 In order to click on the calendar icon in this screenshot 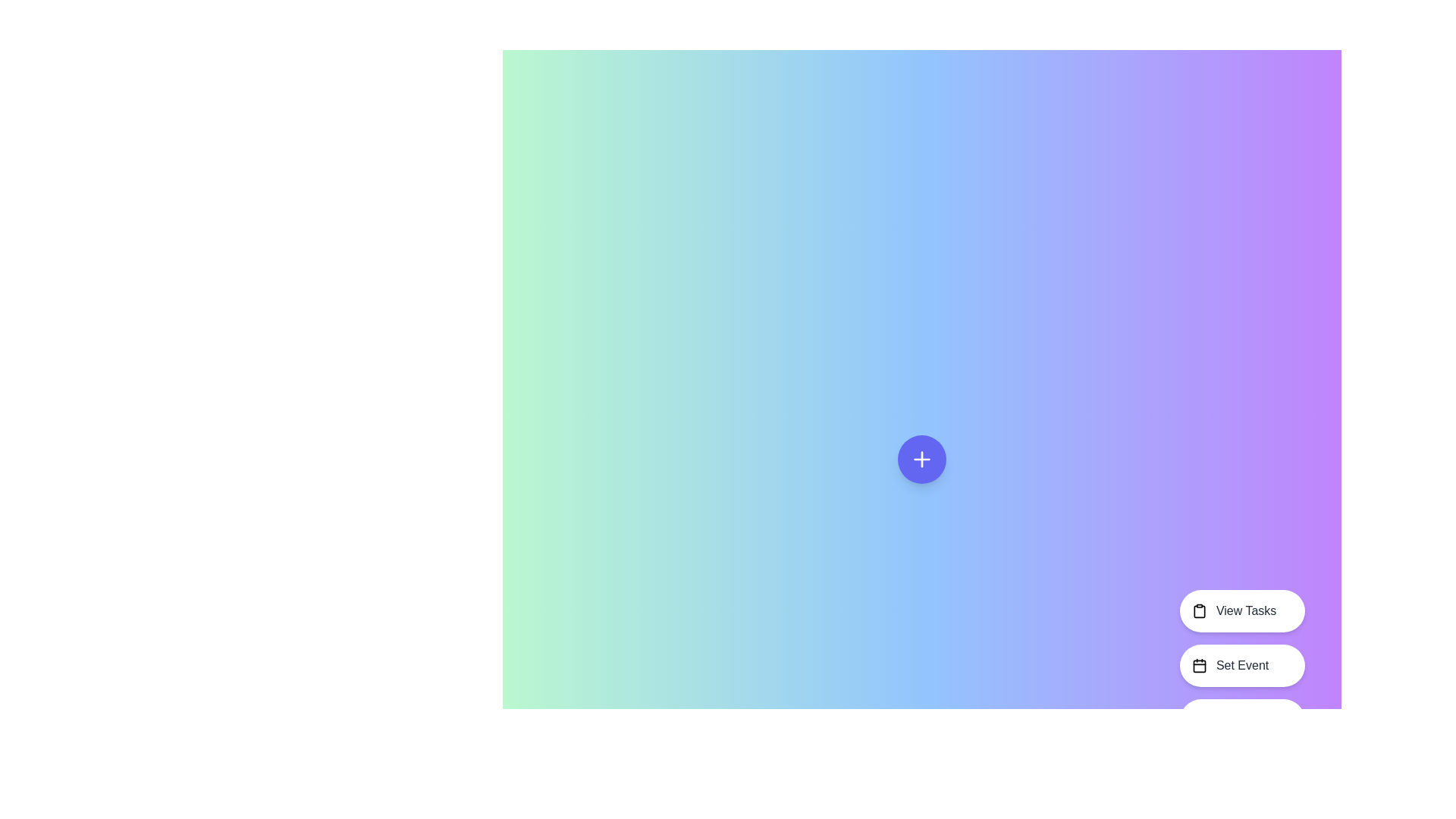, I will do `click(1198, 665)`.